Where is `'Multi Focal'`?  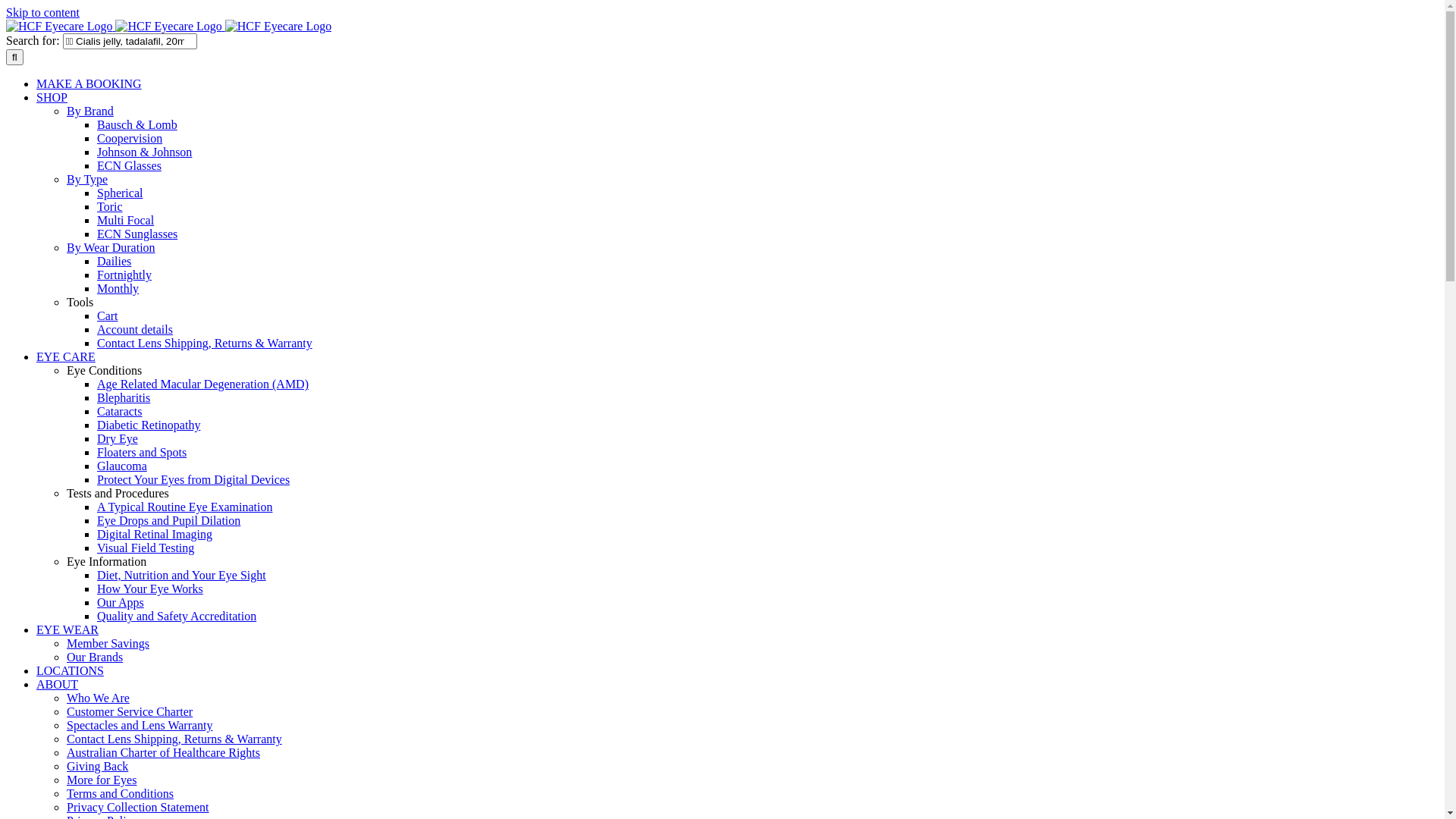
'Multi Focal' is located at coordinates (125, 220).